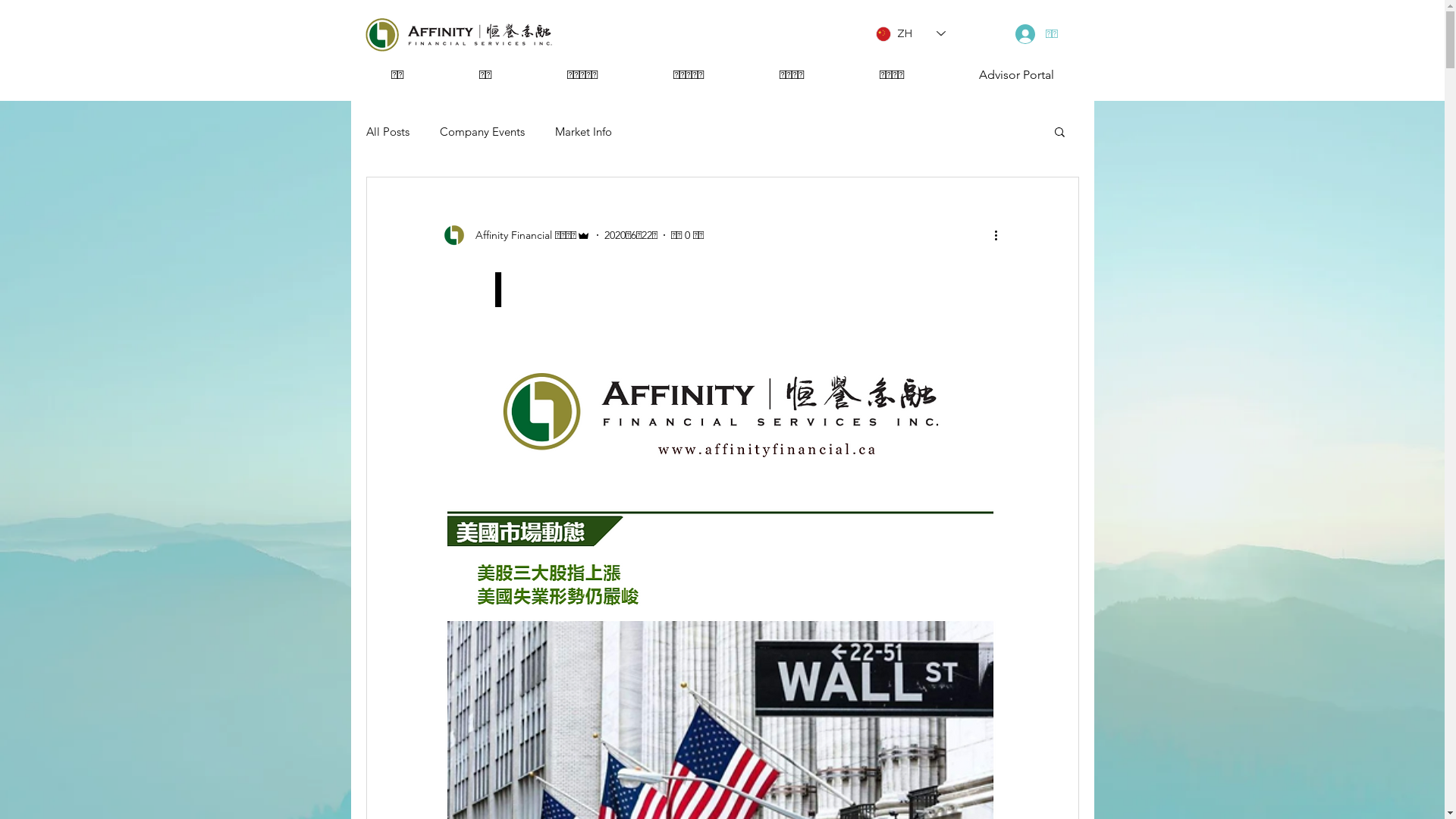 The height and width of the screenshot is (819, 1456). What do you see at coordinates (481, 130) in the screenshot?
I see `'Company Events'` at bounding box center [481, 130].